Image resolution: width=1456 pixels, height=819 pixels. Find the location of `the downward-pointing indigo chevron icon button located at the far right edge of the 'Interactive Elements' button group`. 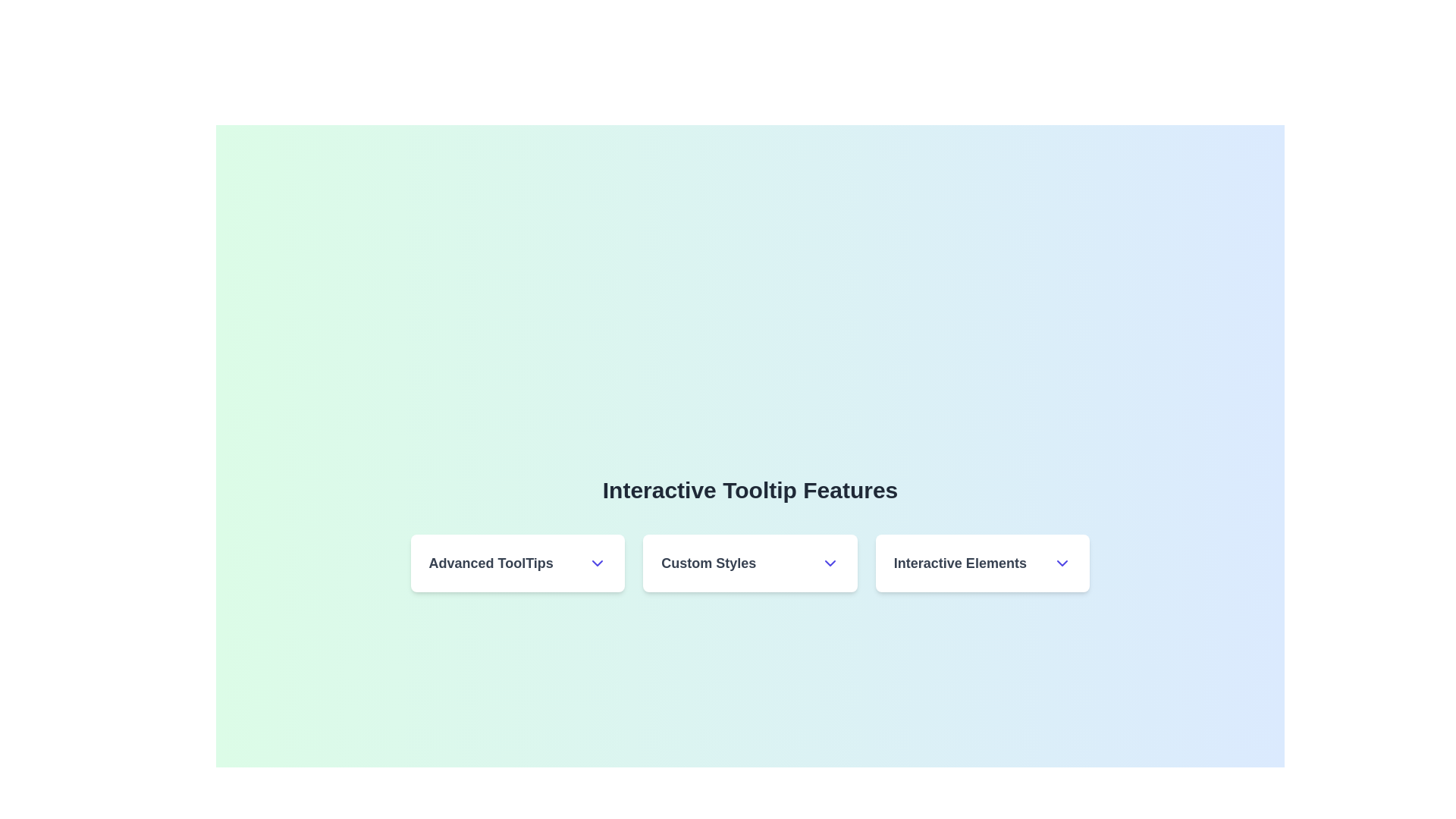

the downward-pointing indigo chevron icon button located at the far right edge of the 'Interactive Elements' button group is located at coordinates (1062, 563).